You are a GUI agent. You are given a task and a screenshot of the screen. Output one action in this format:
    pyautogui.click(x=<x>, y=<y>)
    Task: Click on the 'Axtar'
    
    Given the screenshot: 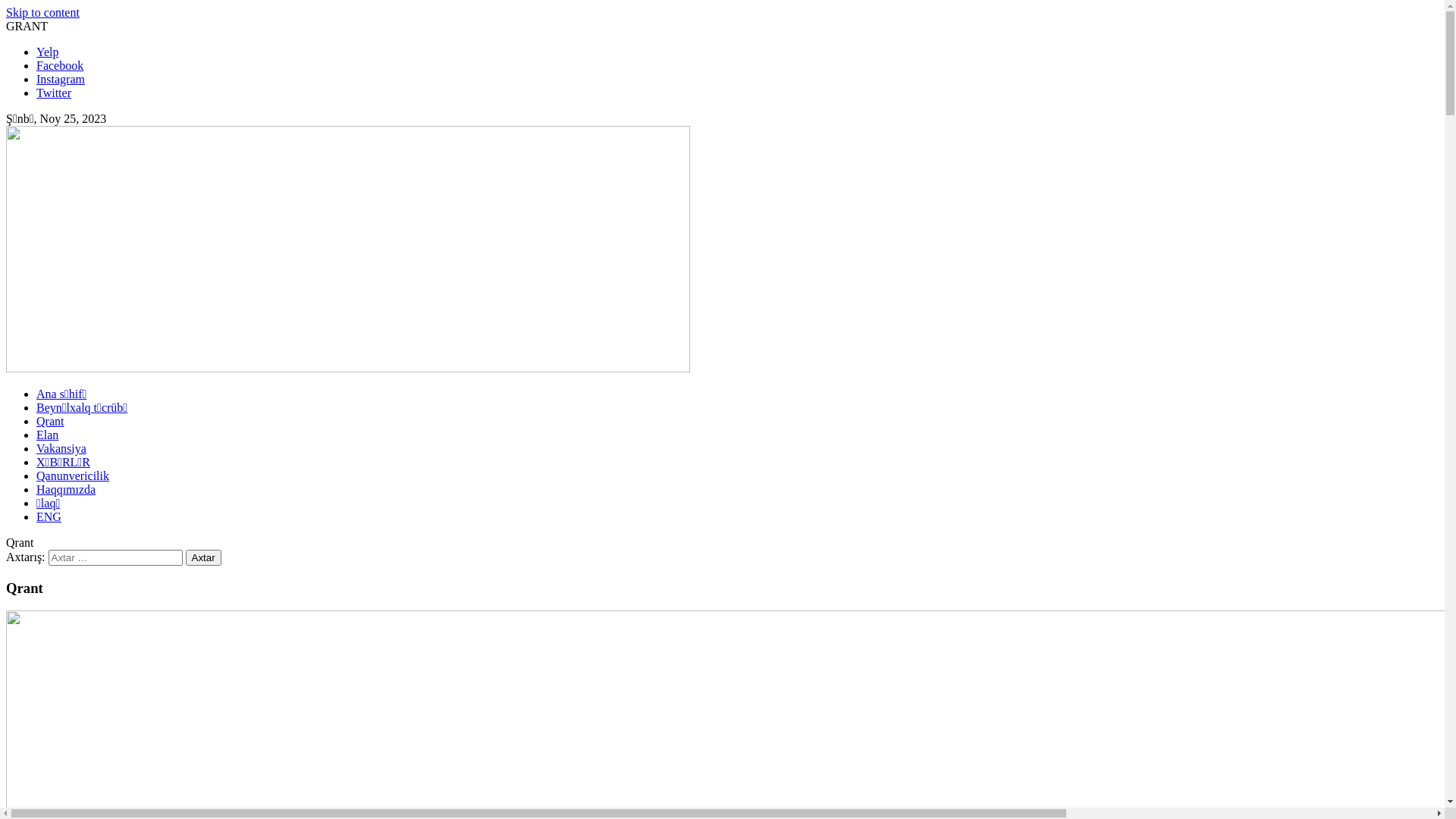 What is the action you would take?
    pyautogui.click(x=202, y=557)
    